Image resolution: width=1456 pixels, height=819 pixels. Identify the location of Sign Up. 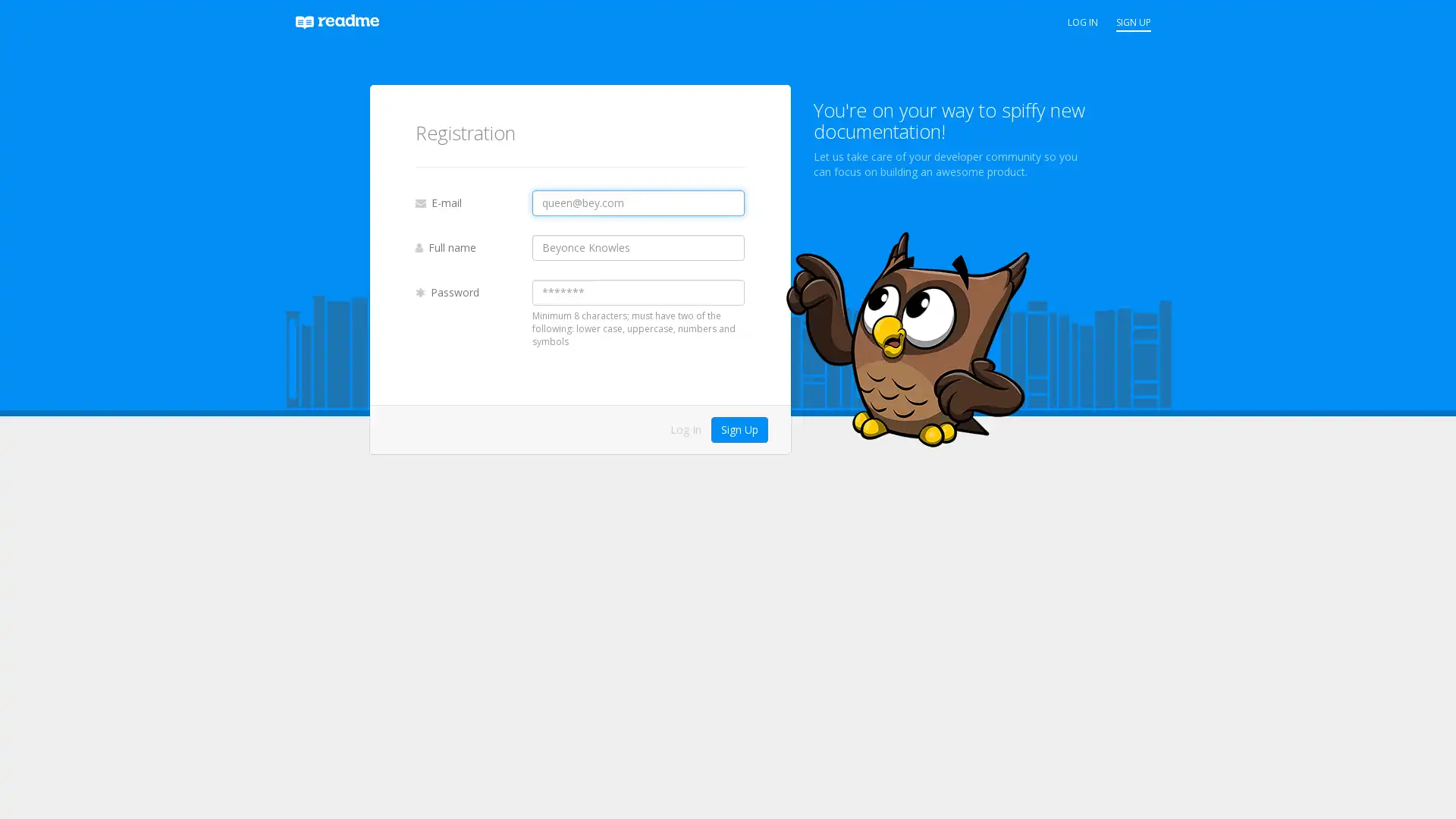
(739, 429).